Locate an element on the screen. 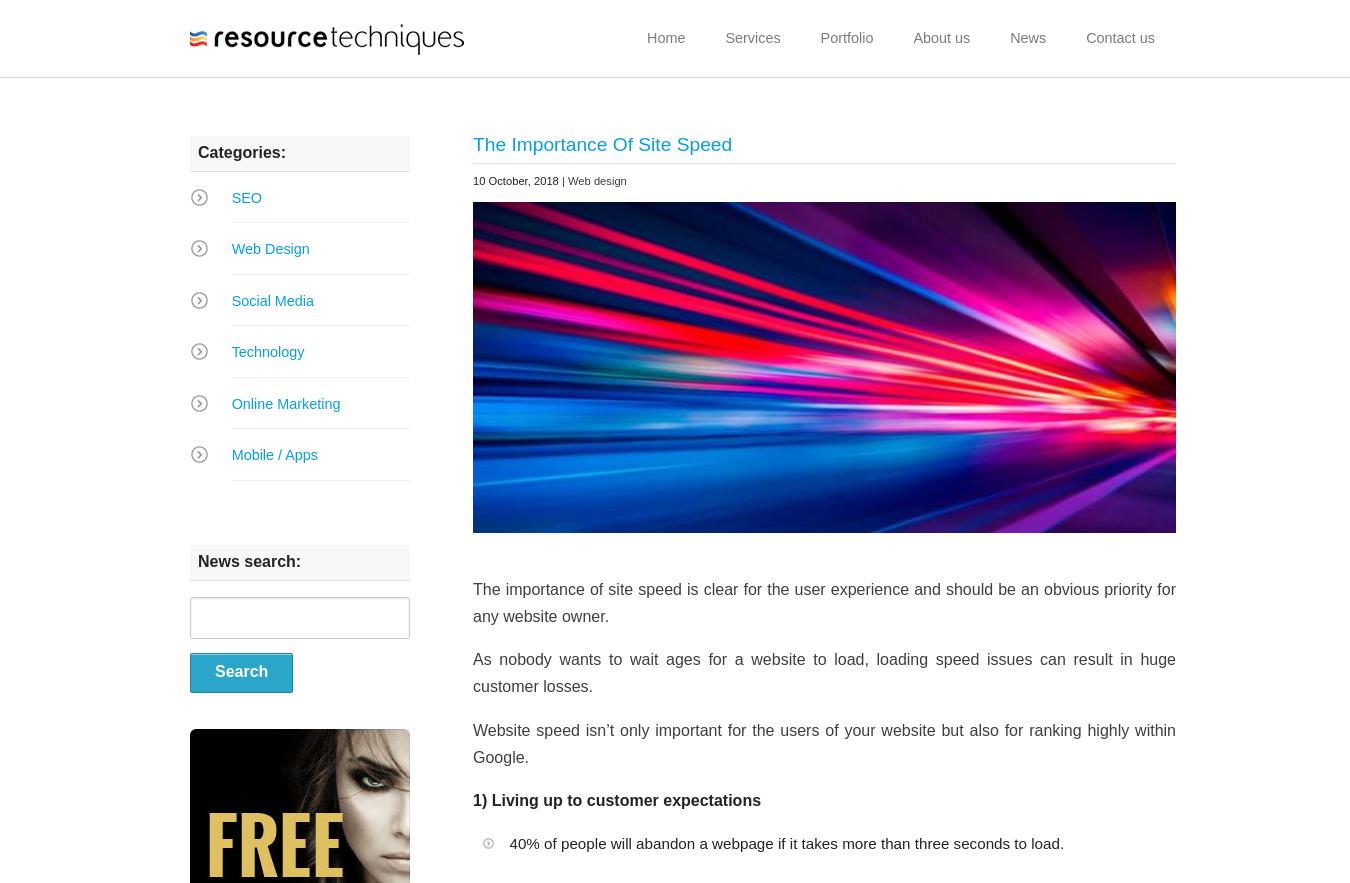  '40% of people will abandon a webpage if it takes more than three seconds to load.' is located at coordinates (785, 843).